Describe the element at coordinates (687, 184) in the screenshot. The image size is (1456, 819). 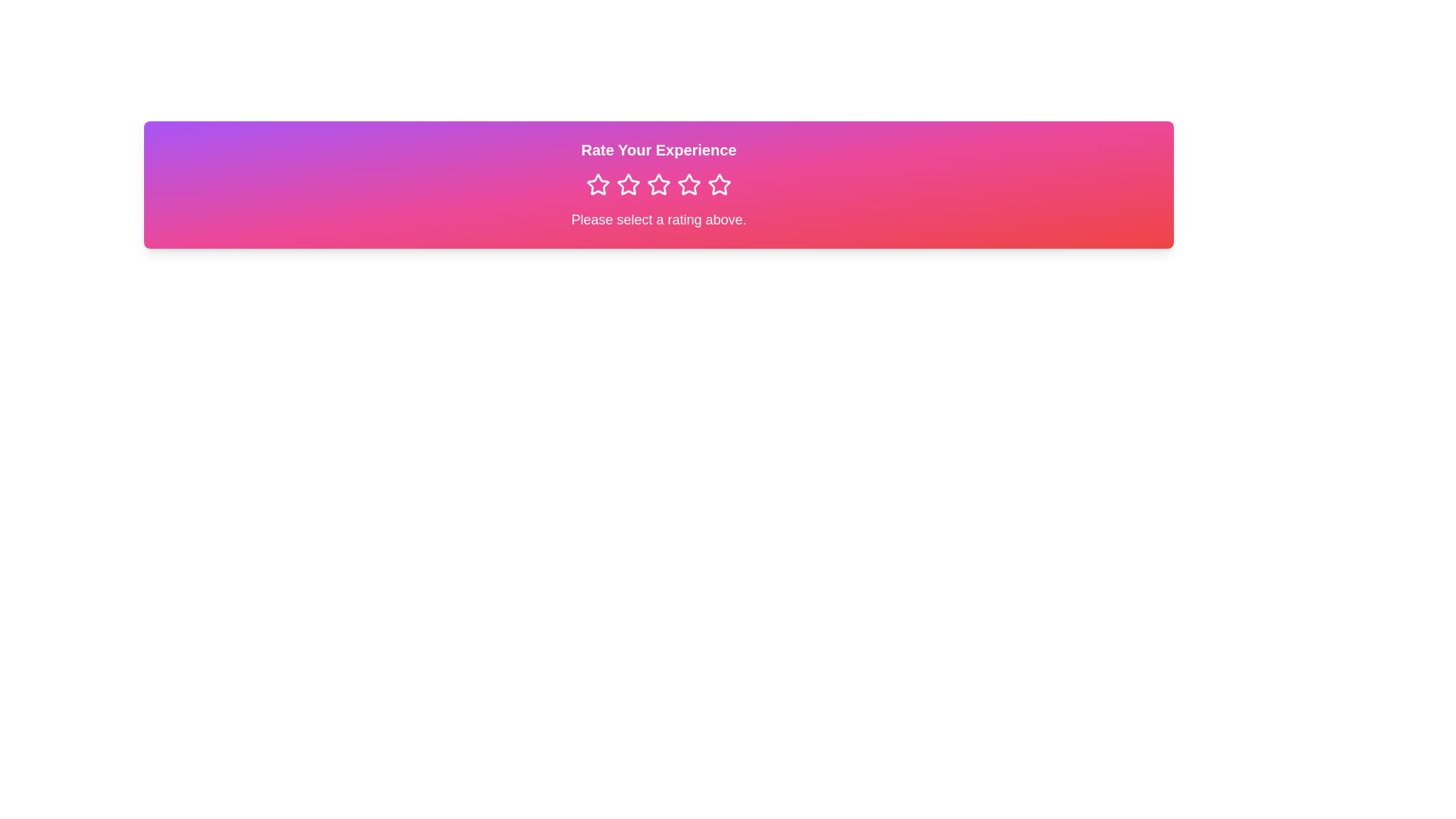
I see `the highlighted fourth star in the Rating Star Icon series` at that location.